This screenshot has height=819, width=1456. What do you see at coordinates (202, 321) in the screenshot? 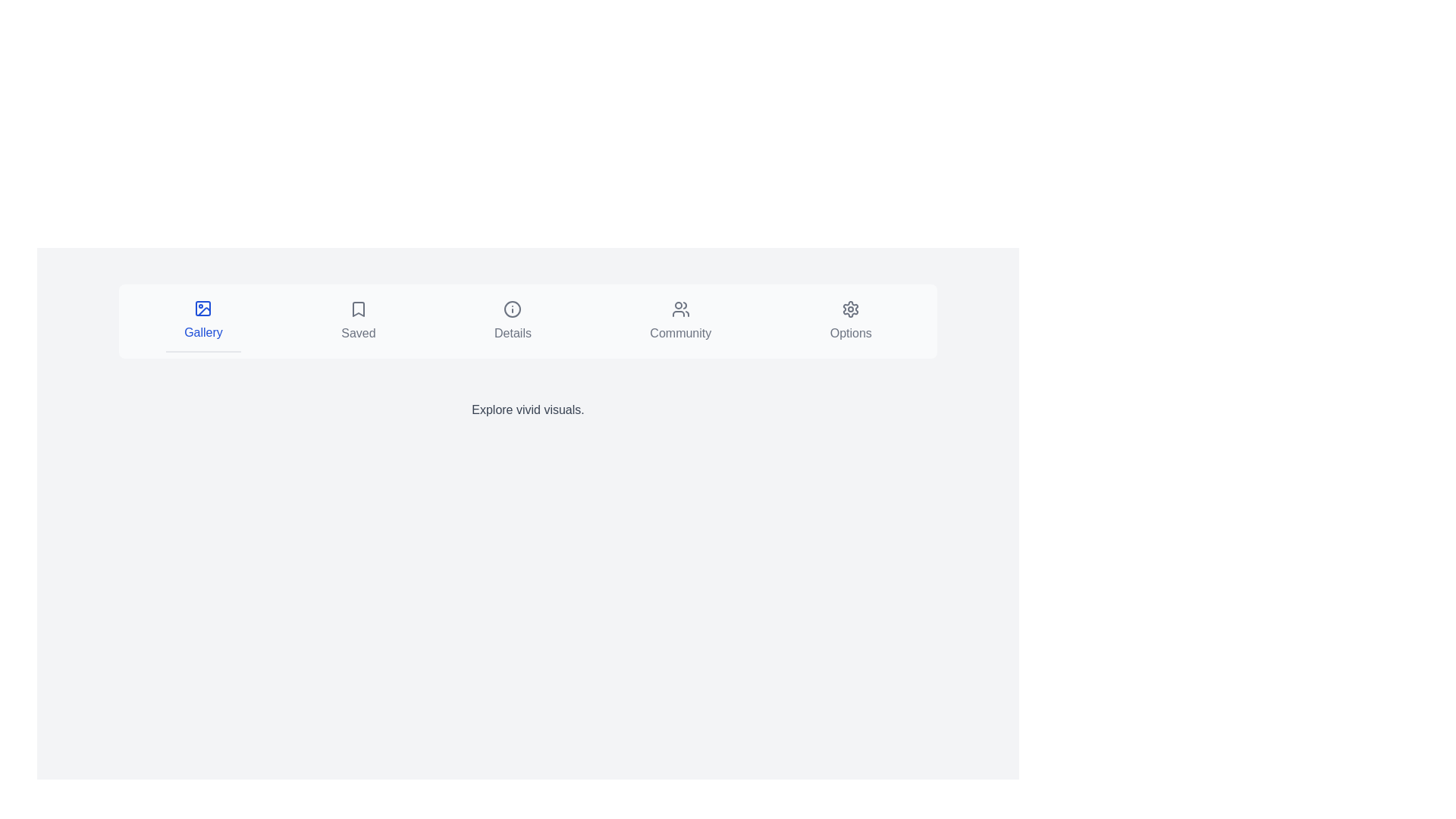
I see `the tab labeled Gallery to display its associated content` at bounding box center [202, 321].